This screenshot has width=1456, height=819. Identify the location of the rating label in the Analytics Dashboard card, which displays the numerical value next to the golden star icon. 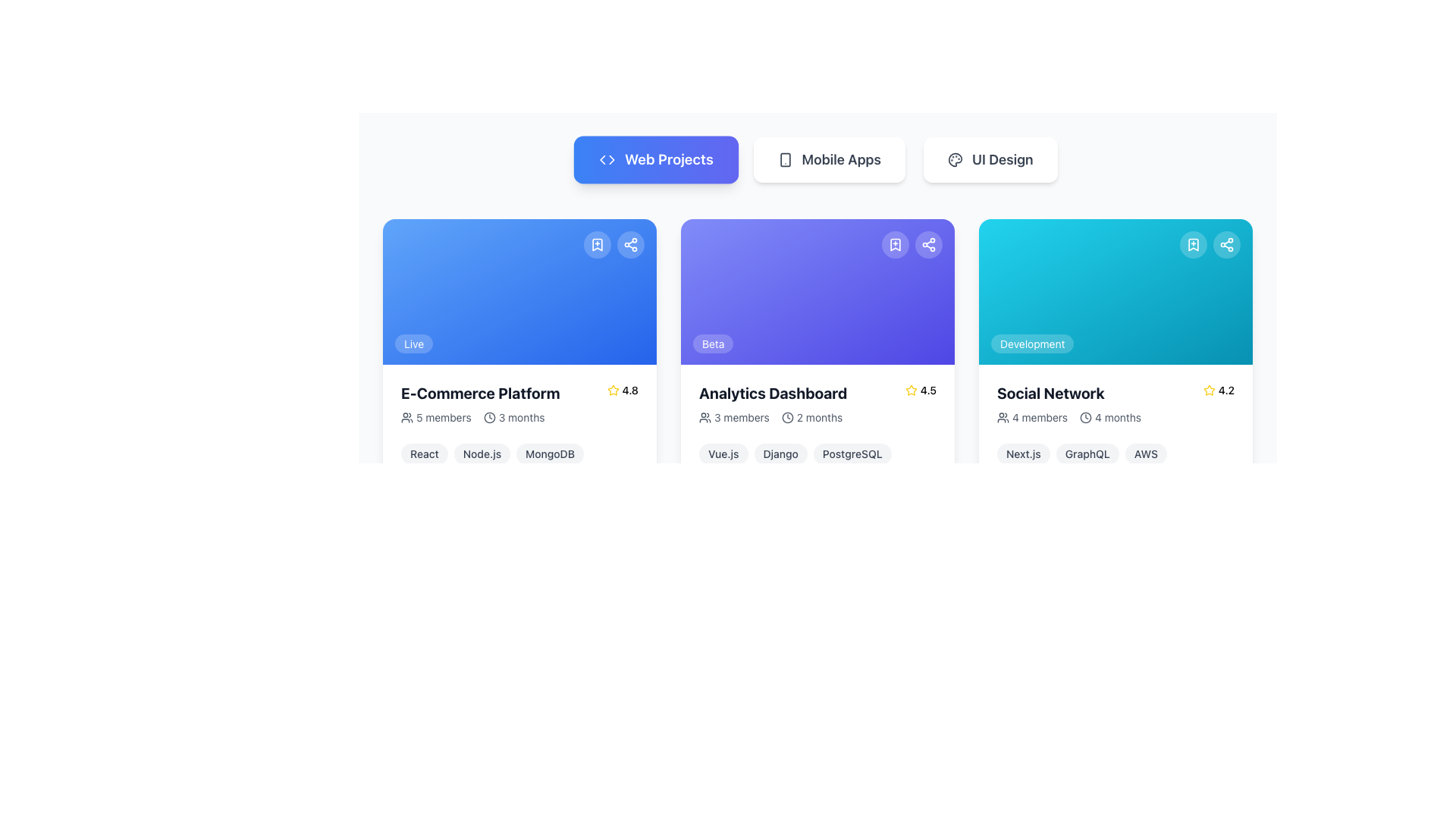
(927, 390).